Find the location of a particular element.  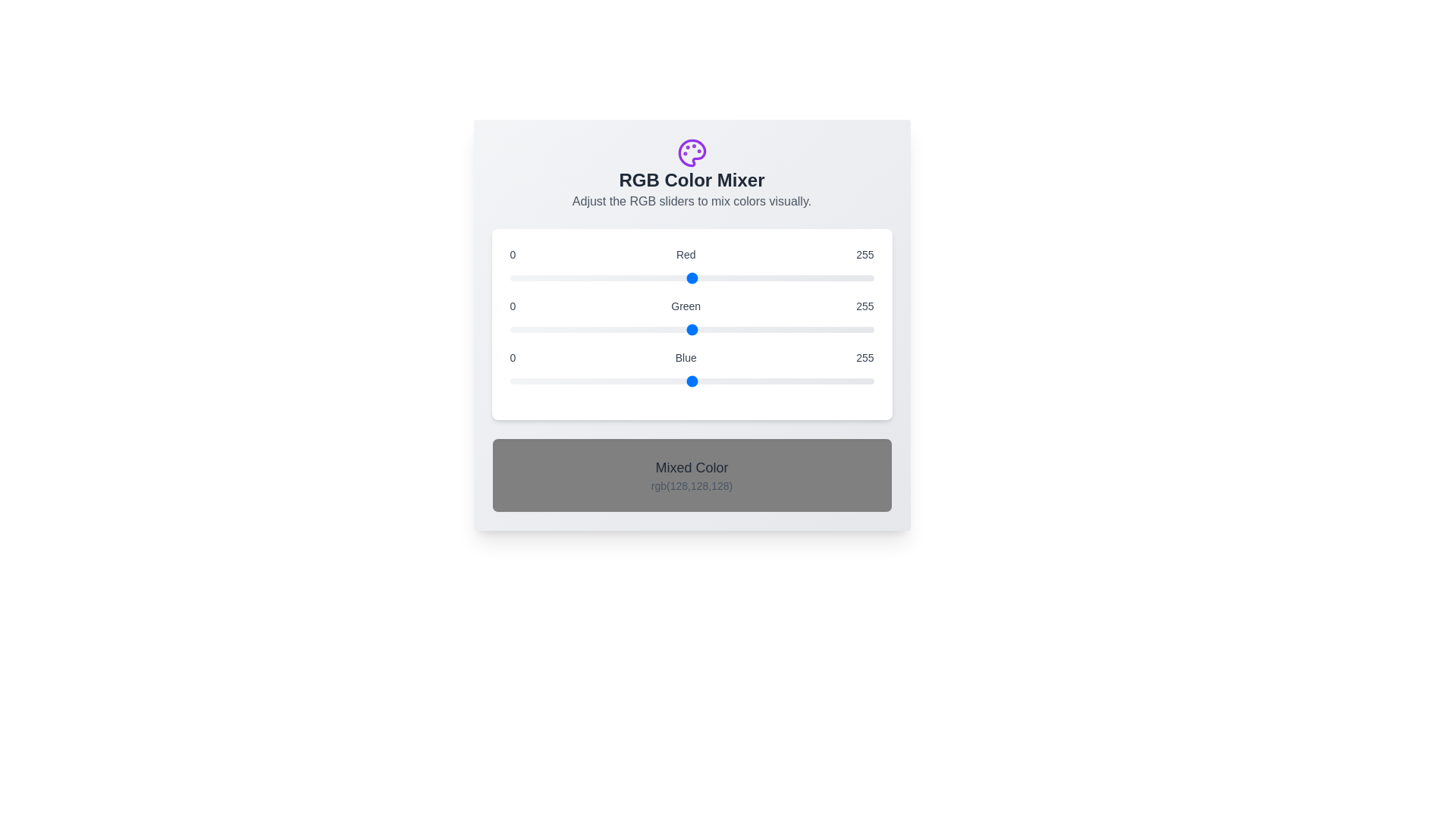

the green slider to set the green component to 114 is located at coordinates (672, 329).